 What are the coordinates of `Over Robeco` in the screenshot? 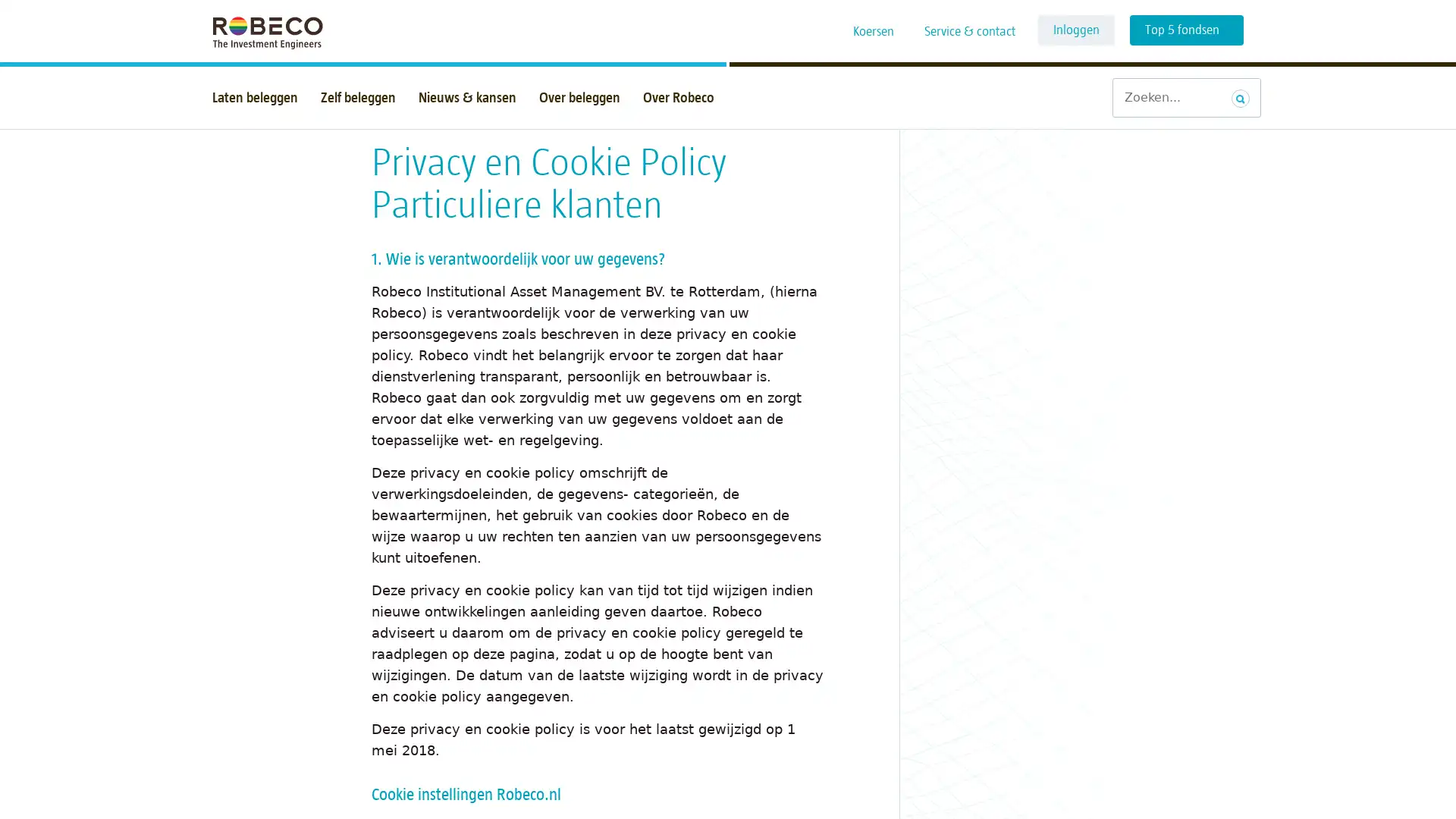 It's located at (677, 97).